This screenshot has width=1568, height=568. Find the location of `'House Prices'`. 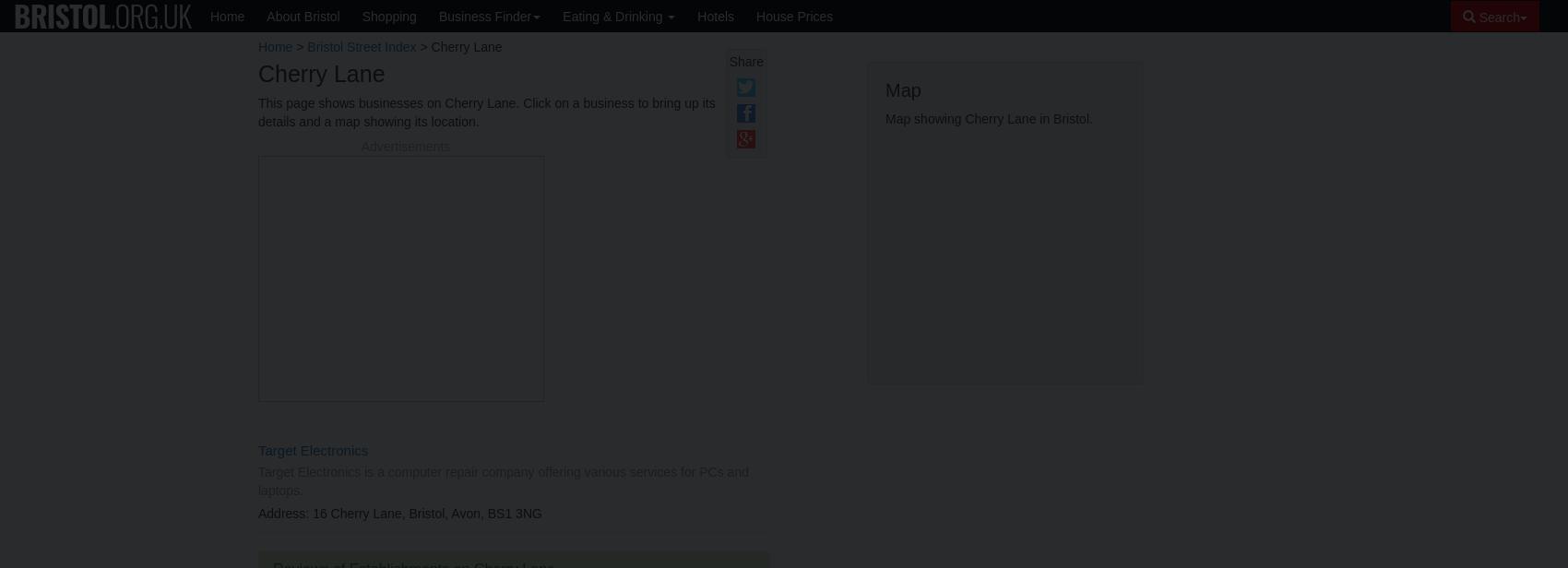

'House Prices' is located at coordinates (794, 16).